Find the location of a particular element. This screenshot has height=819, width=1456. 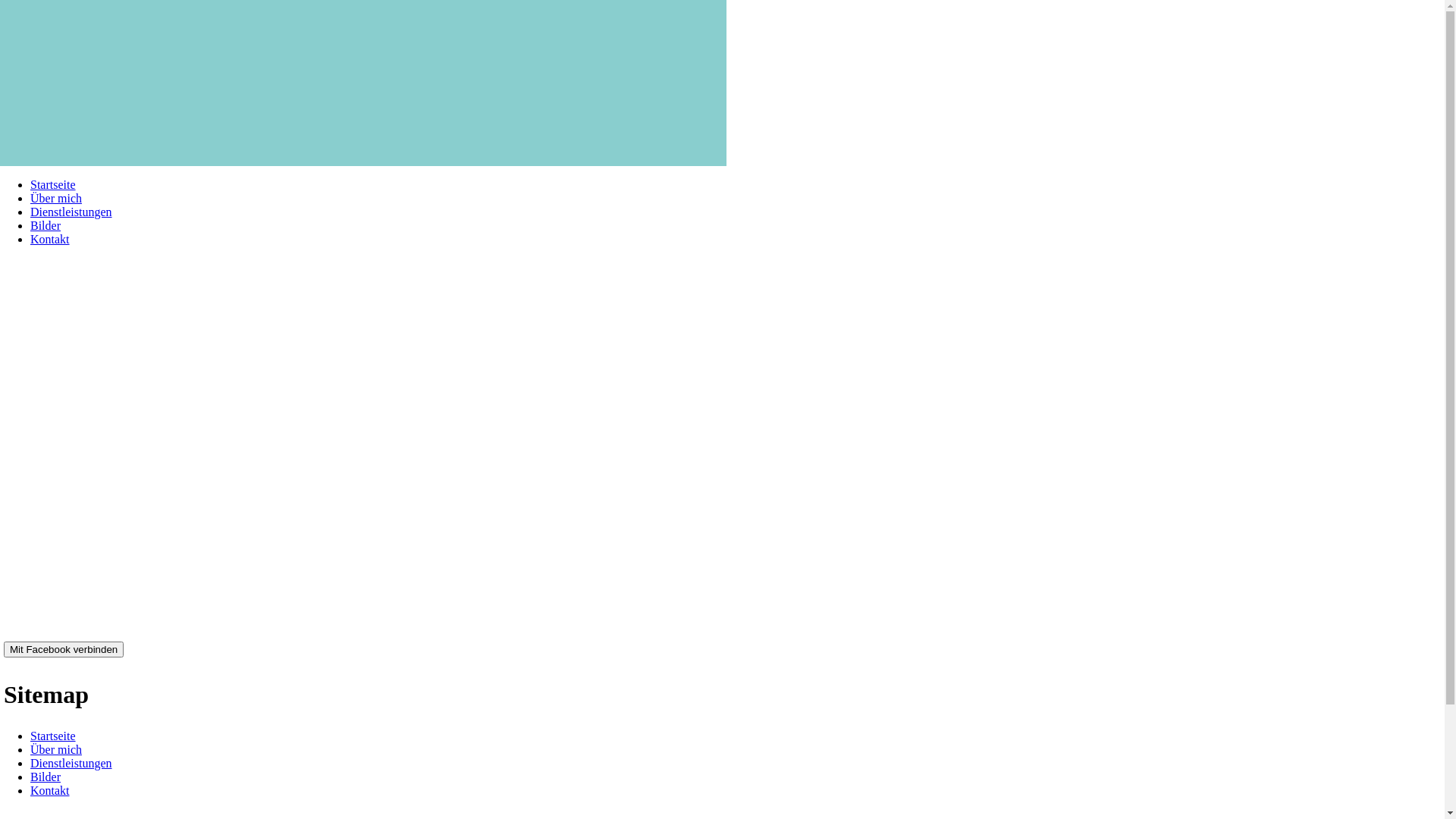

'Bilder' is located at coordinates (30, 777).